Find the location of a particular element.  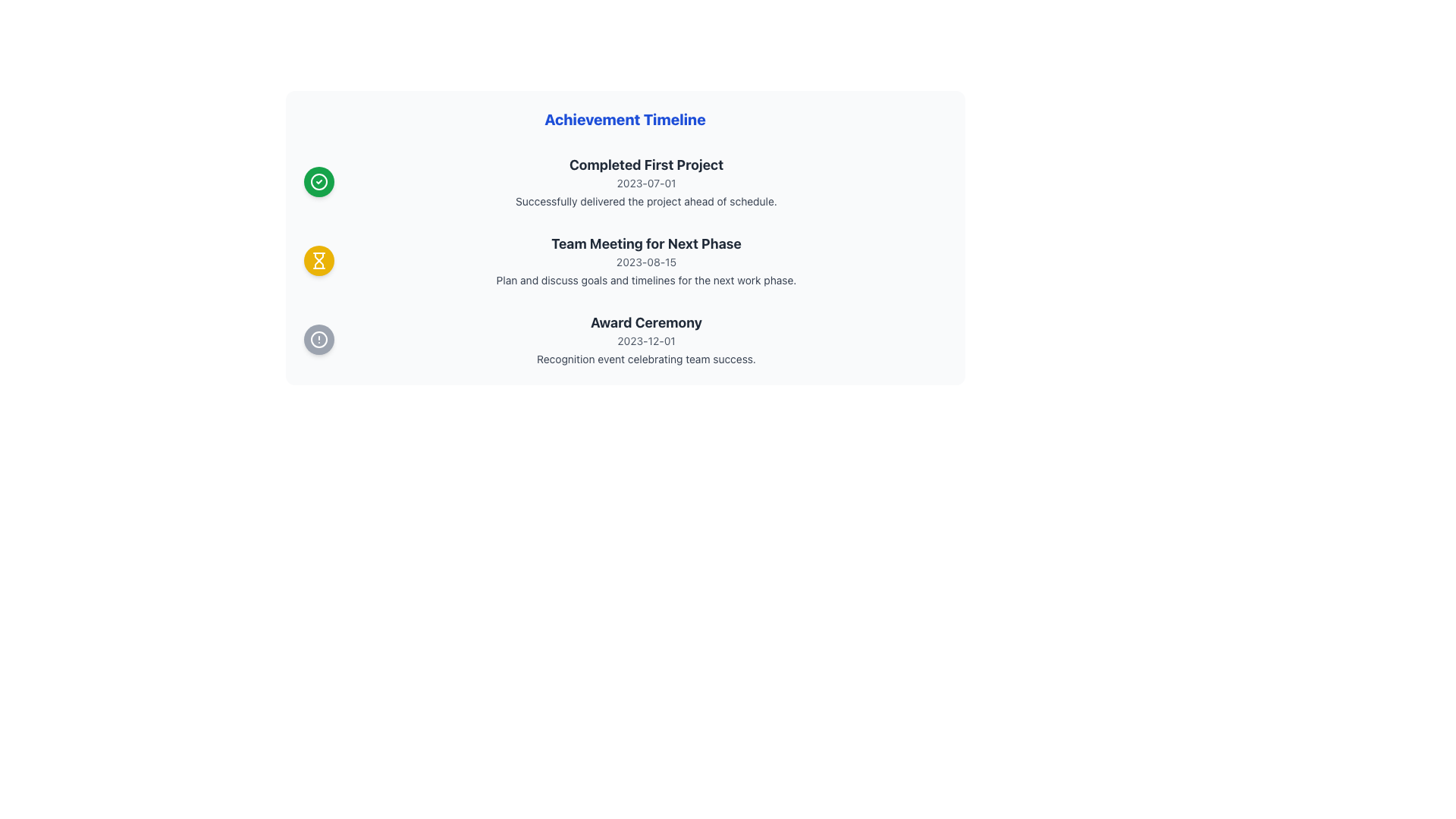

header text element that serves as a title for the recognition event, positioned centrally above the date and description is located at coordinates (646, 322).